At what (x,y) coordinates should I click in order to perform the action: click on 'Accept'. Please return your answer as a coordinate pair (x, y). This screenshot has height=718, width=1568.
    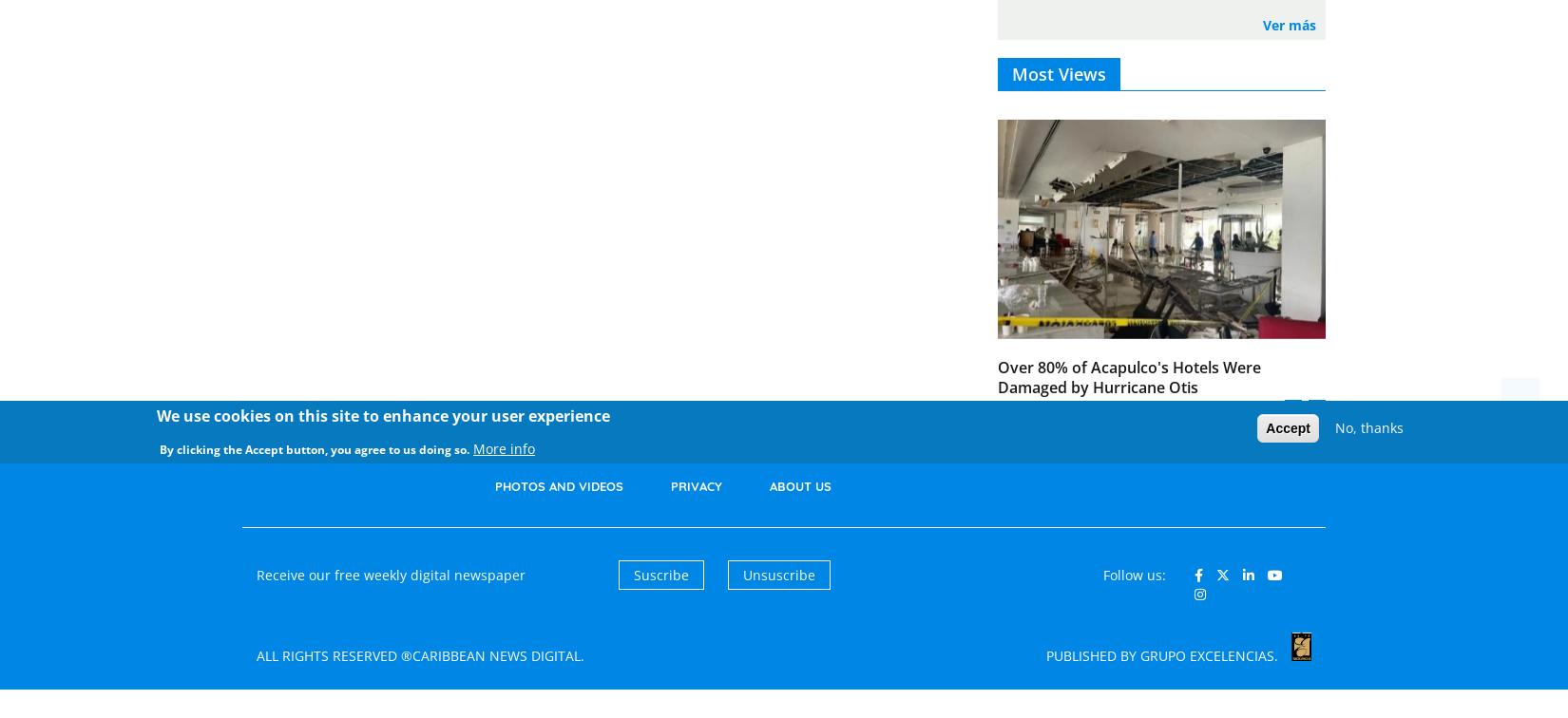
    Looking at the image, I should click on (1265, 427).